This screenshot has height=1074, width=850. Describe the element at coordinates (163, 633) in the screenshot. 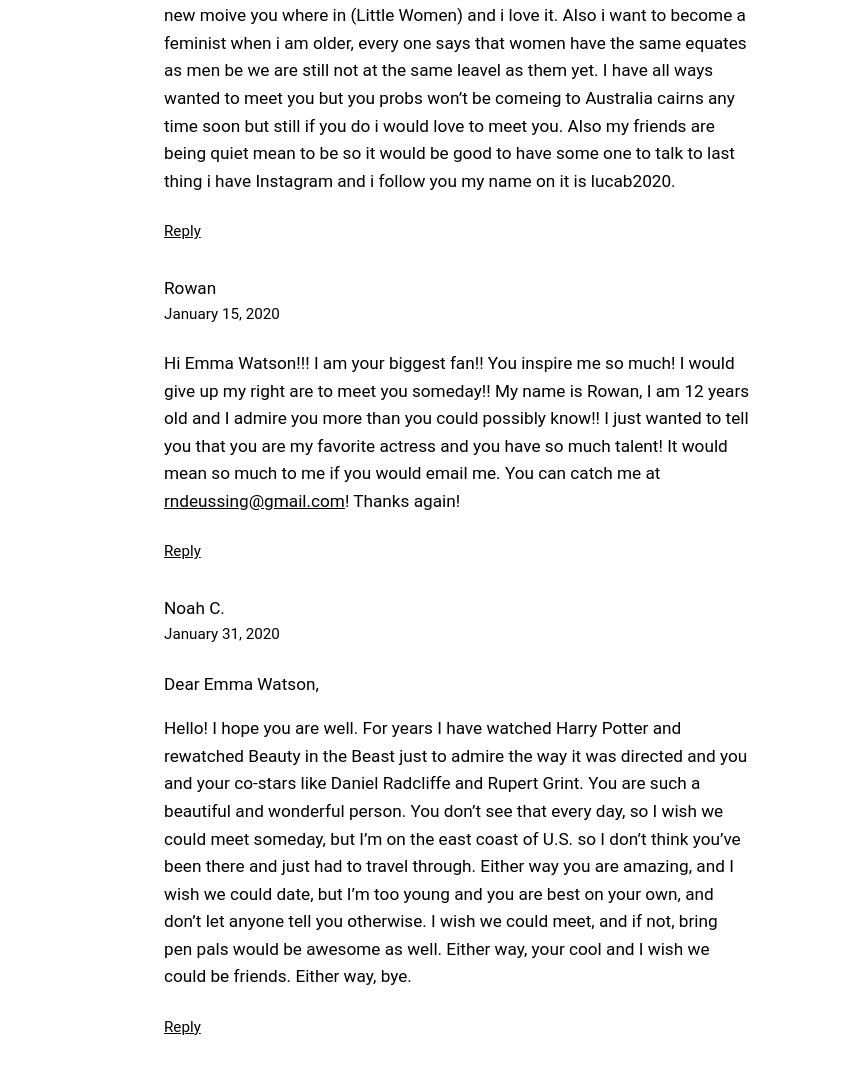

I see `'January 31, 2020'` at that location.